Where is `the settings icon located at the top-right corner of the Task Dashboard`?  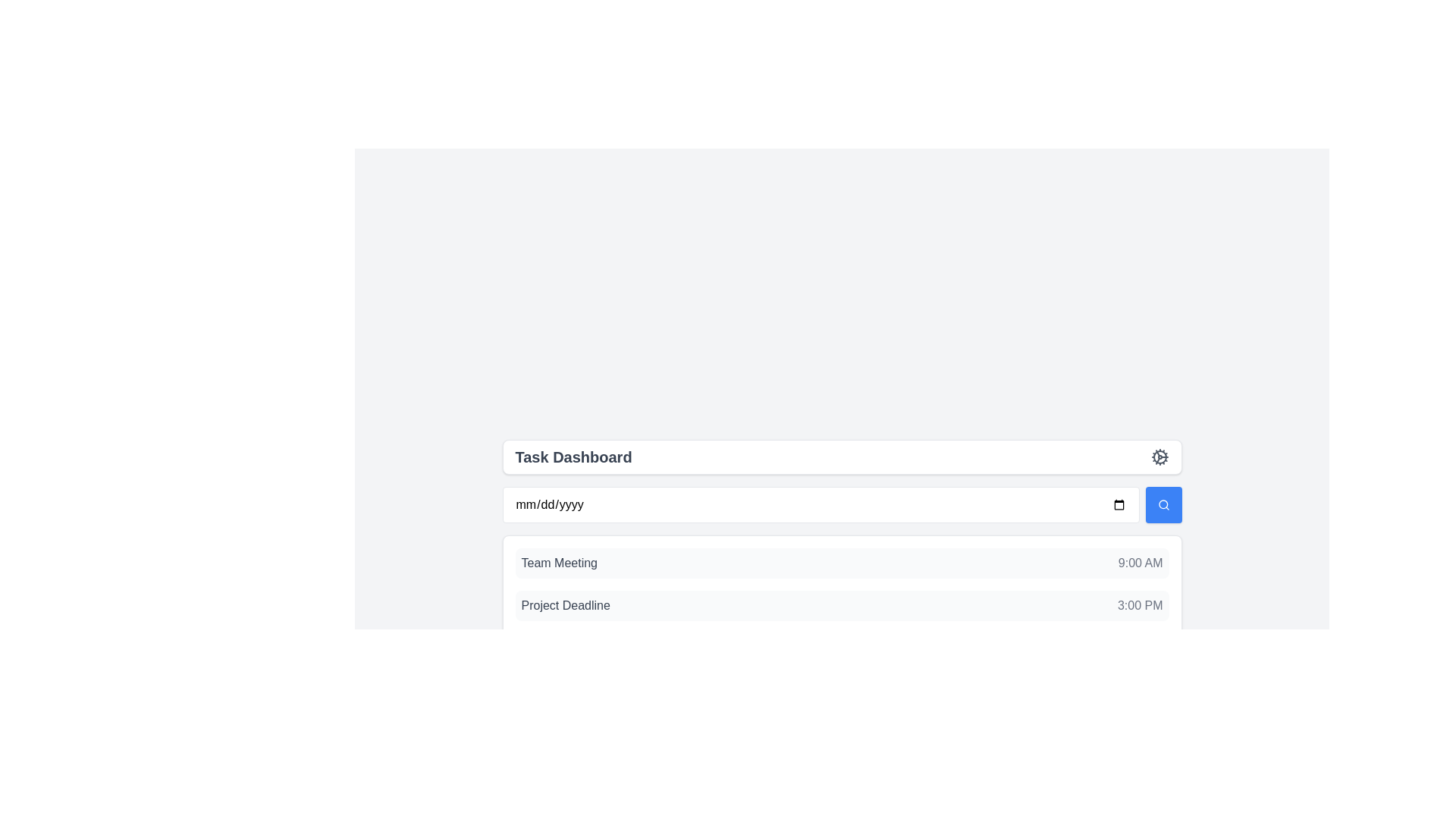 the settings icon located at the top-right corner of the Task Dashboard is located at coordinates (1159, 456).